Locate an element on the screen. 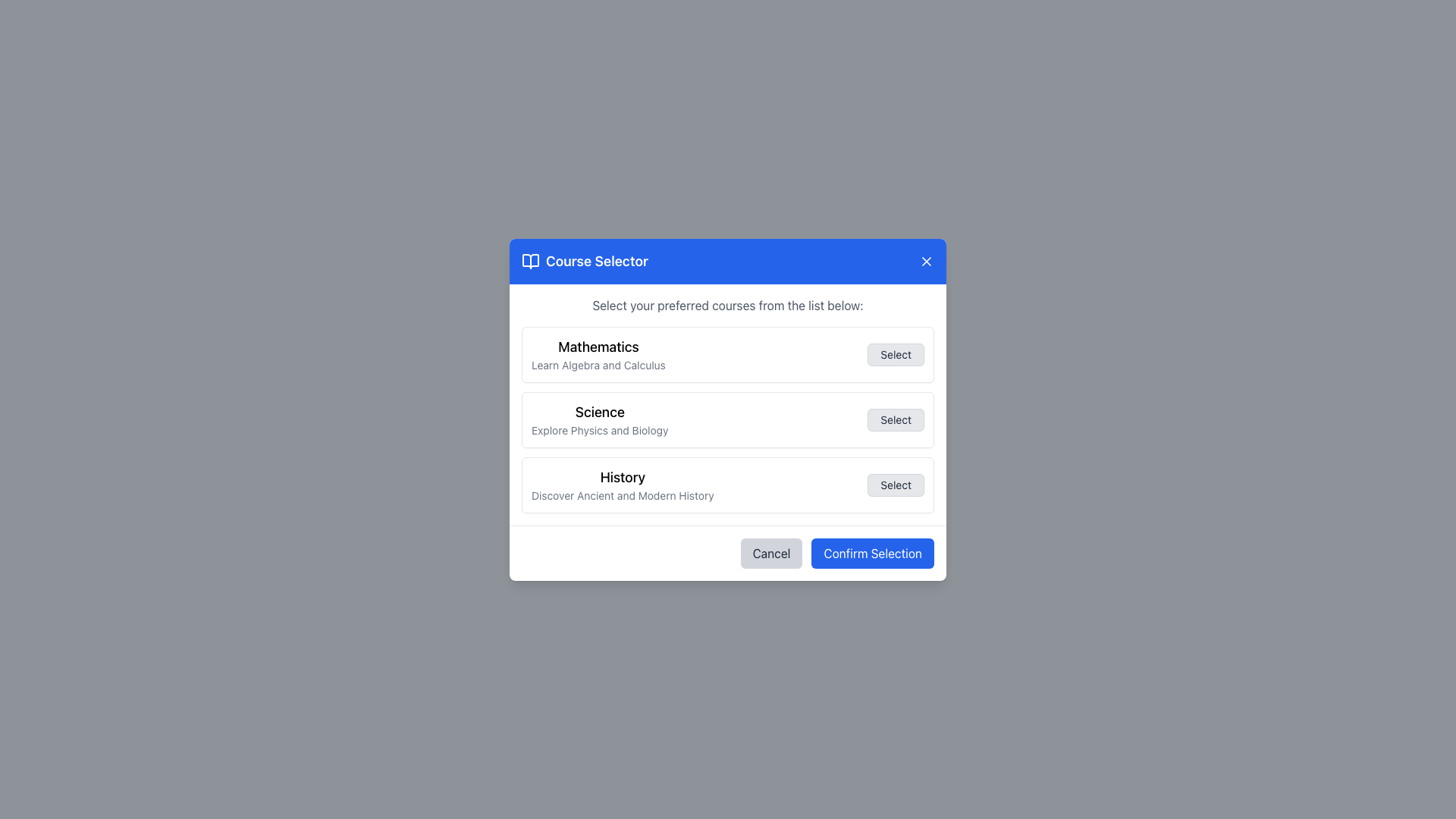 This screenshot has width=1456, height=819. the informational Text label that describes the topics covered in the 'Mathematics' section, located directly below the main header 'Mathematics' is located at coordinates (598, 365).